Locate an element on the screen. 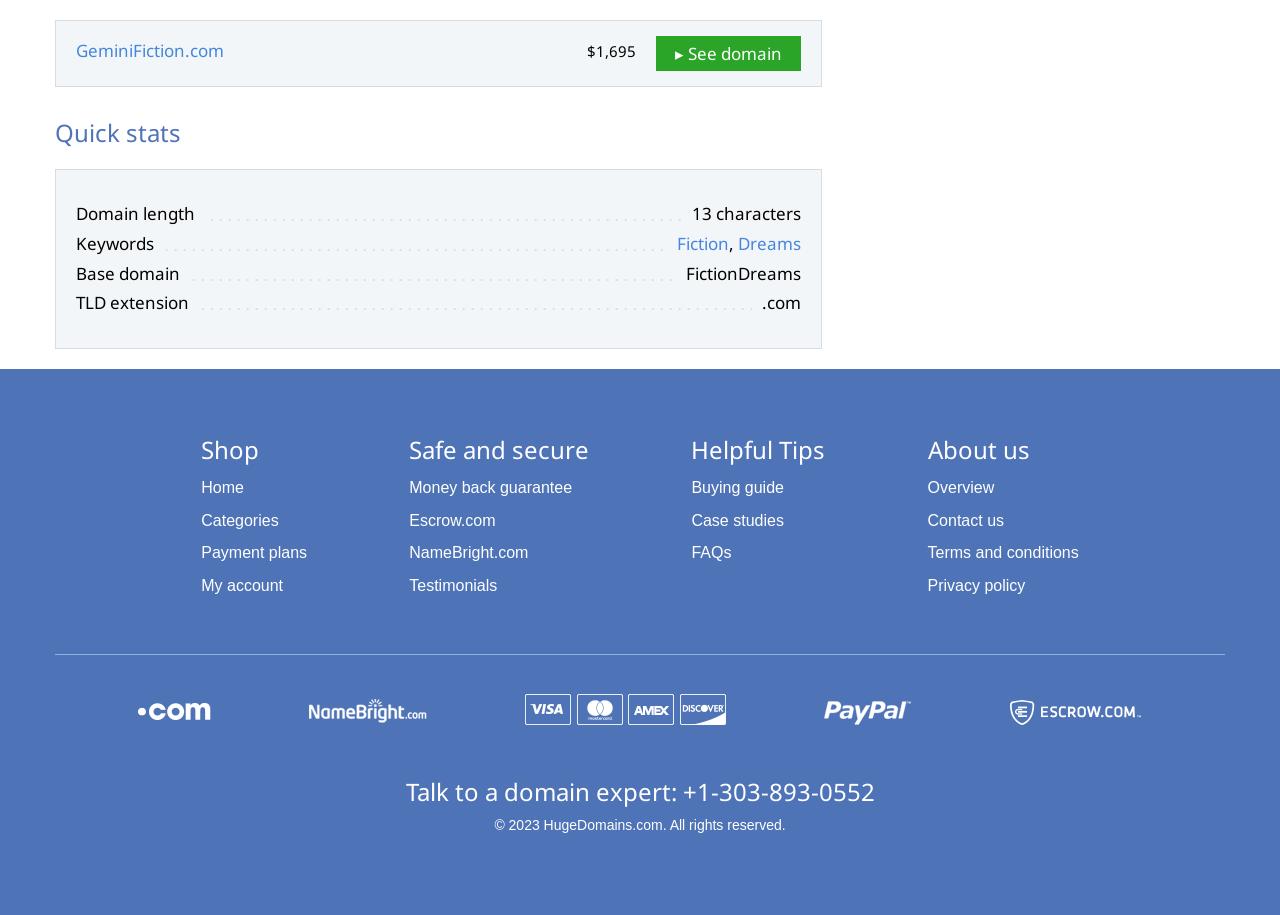 The height and width of the screenshot is (915, 1280). 'Fiction' is located at coordinates (702, 242).